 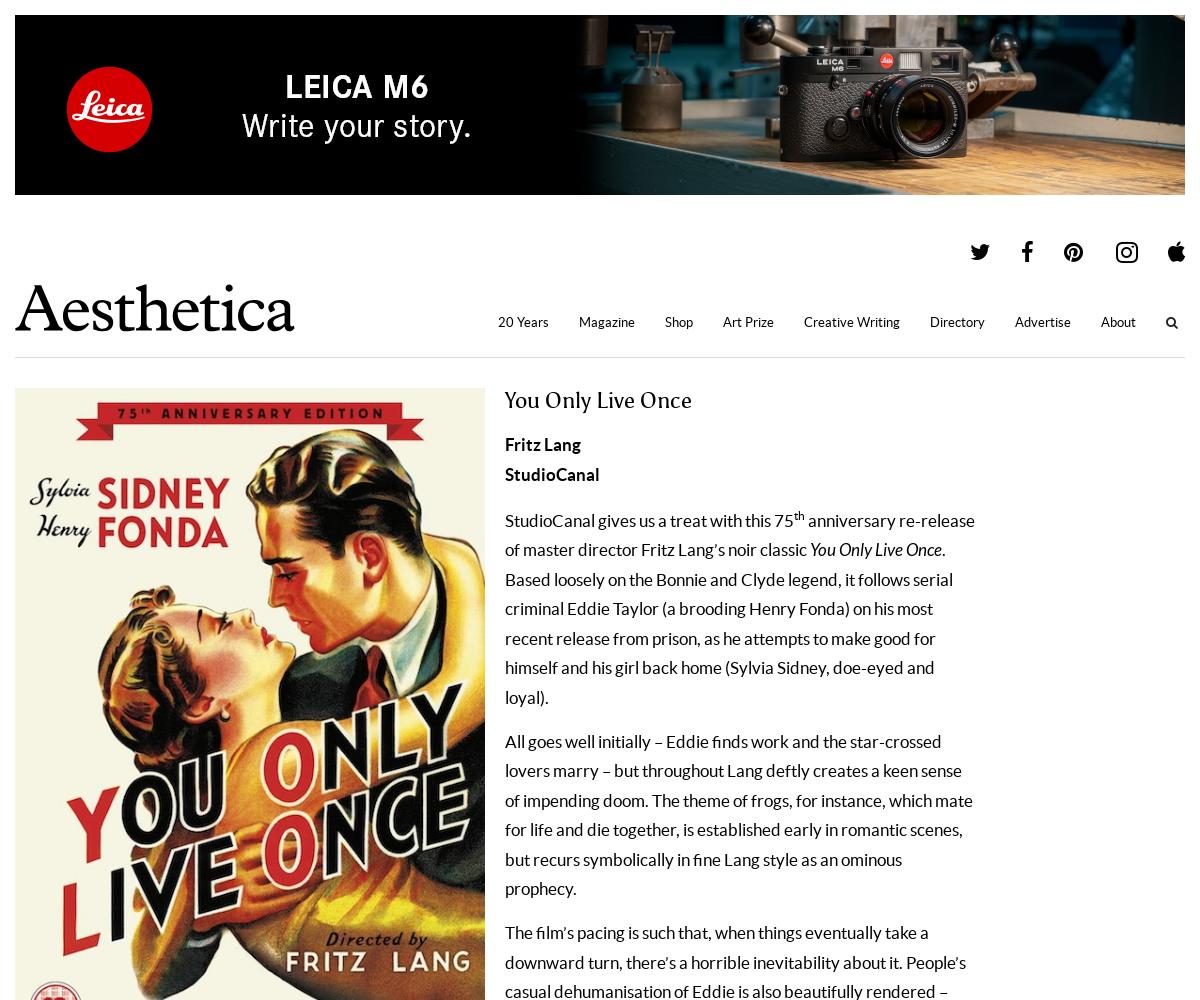 I want to click on '. Based loosely on the Bonnie and Clyde legend, it follows serial criminal Eddie Taylor (a brooding Henry Fonda) on his most recent release from prison, as he attempts to make good for himself and his girl back home (Sylvia Sidney, doe-eyed and loyal).', so click(x=729, y=622).